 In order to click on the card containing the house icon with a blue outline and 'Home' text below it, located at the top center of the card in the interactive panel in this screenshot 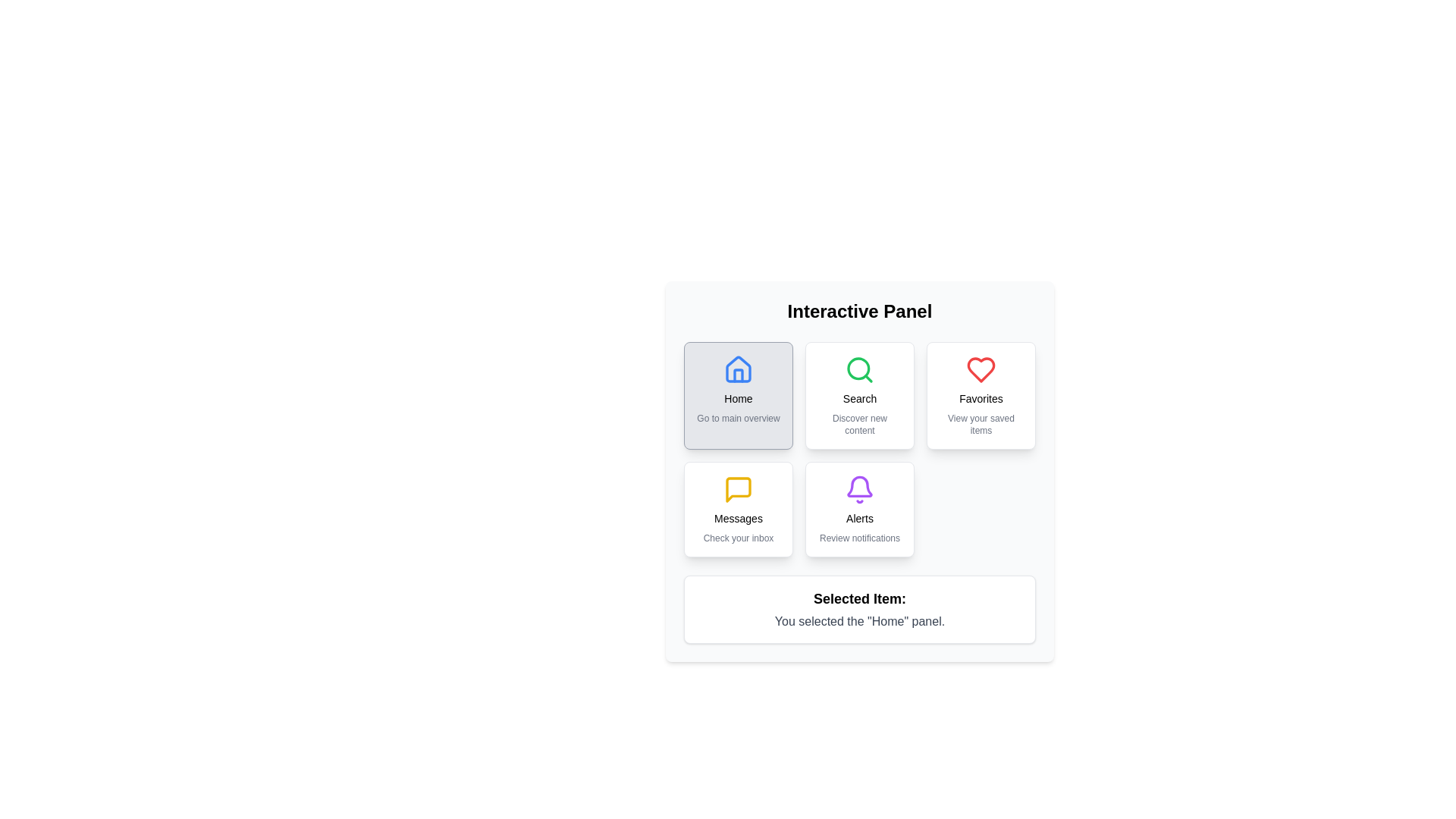, I will do `click(739, 370)`.